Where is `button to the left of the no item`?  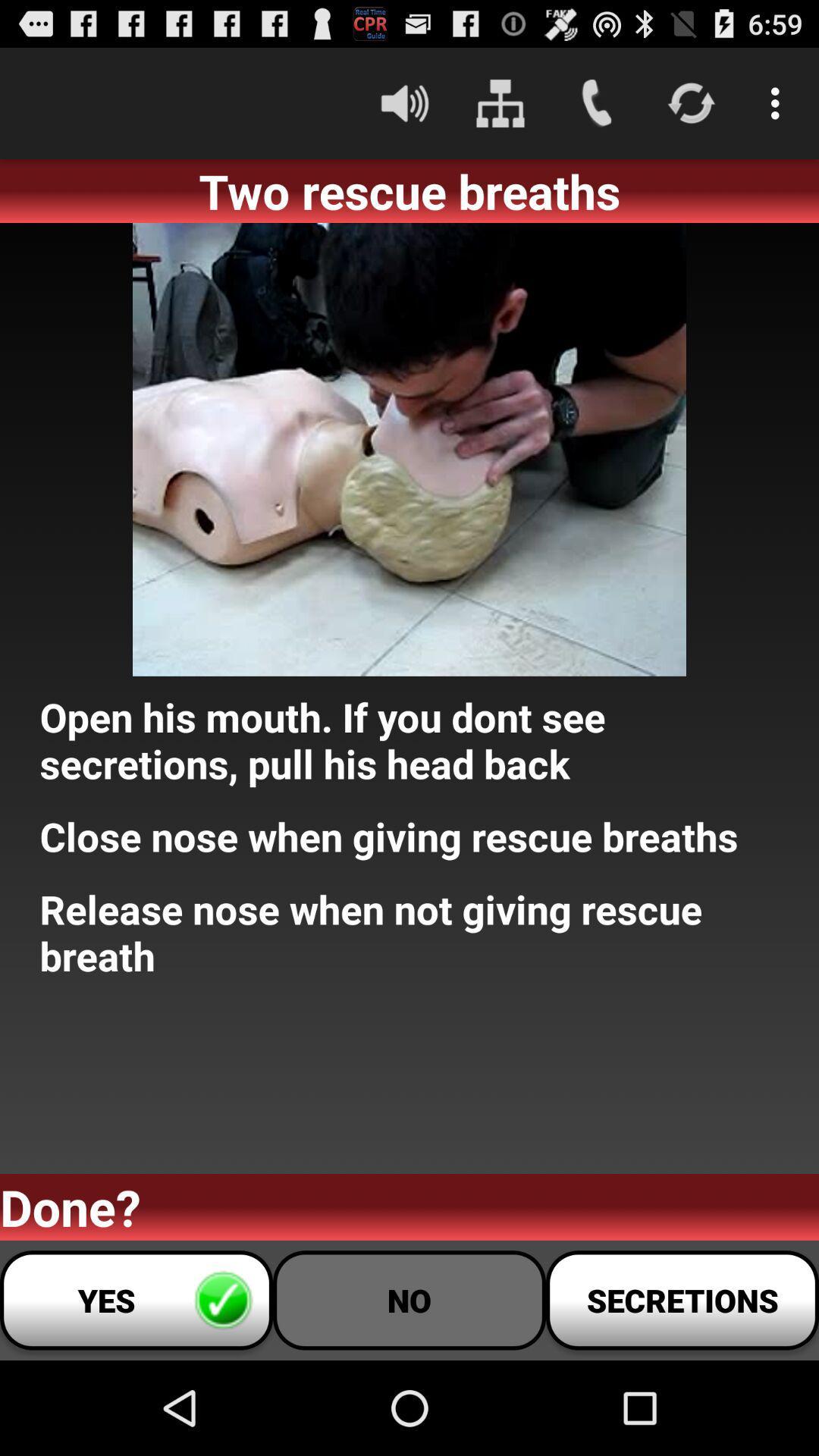
button to the left of the no item is located at coordinates (136, 1299).